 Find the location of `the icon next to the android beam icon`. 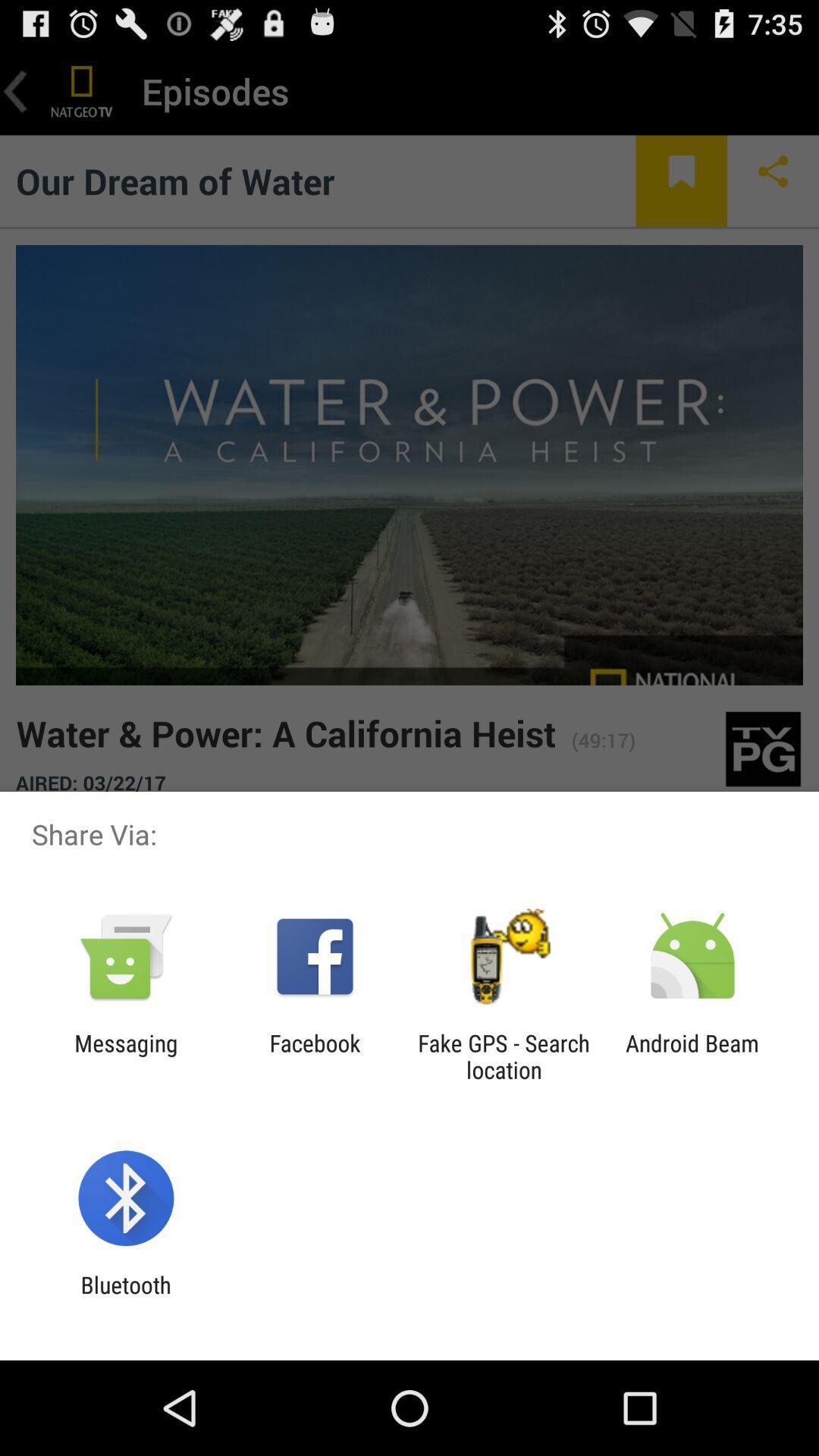

the icon next to the android beam icon is located at coordinates (504, 1056).